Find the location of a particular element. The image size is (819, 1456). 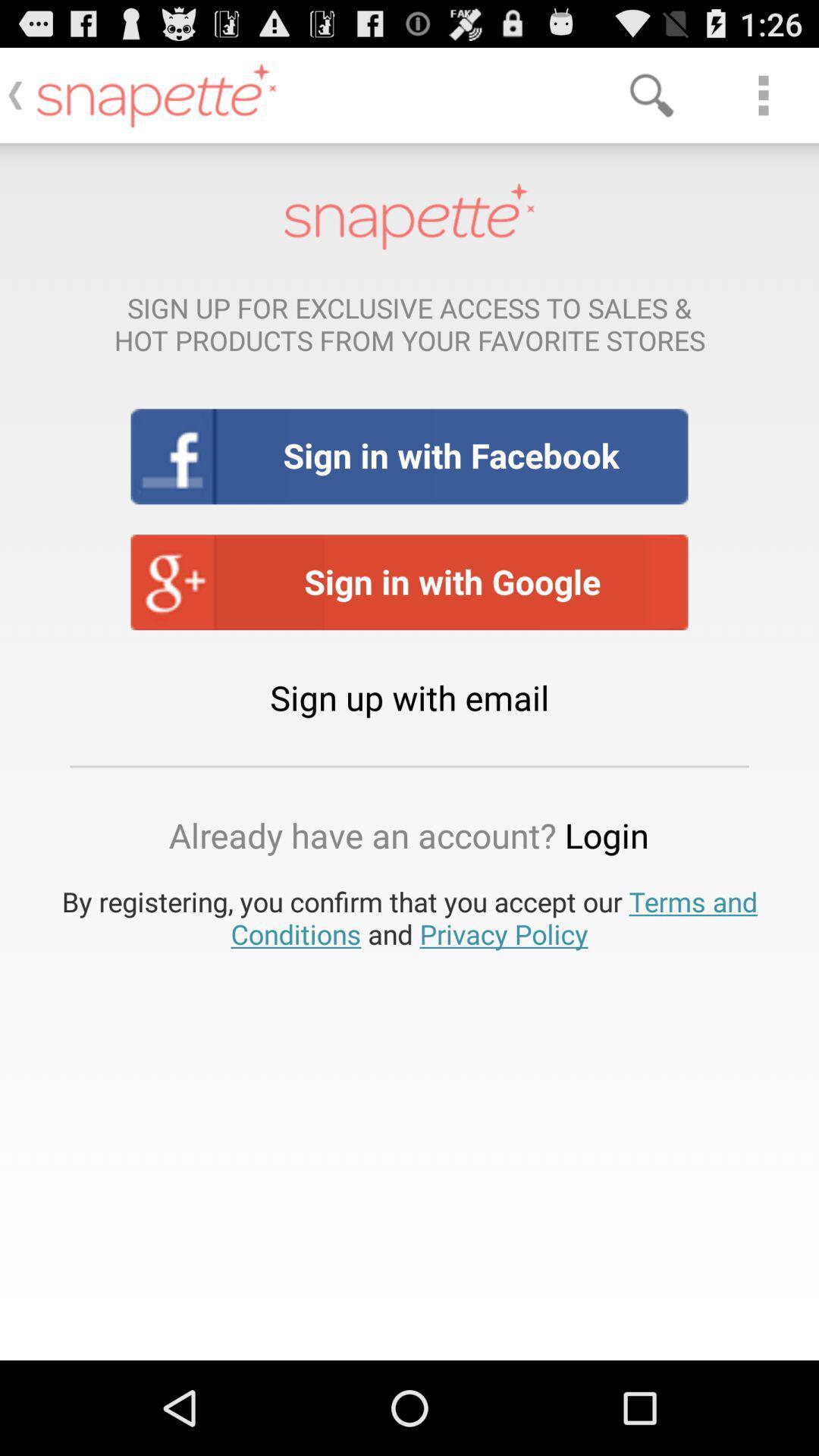

the item above by registering you icon is located at coordinates (408, 834).